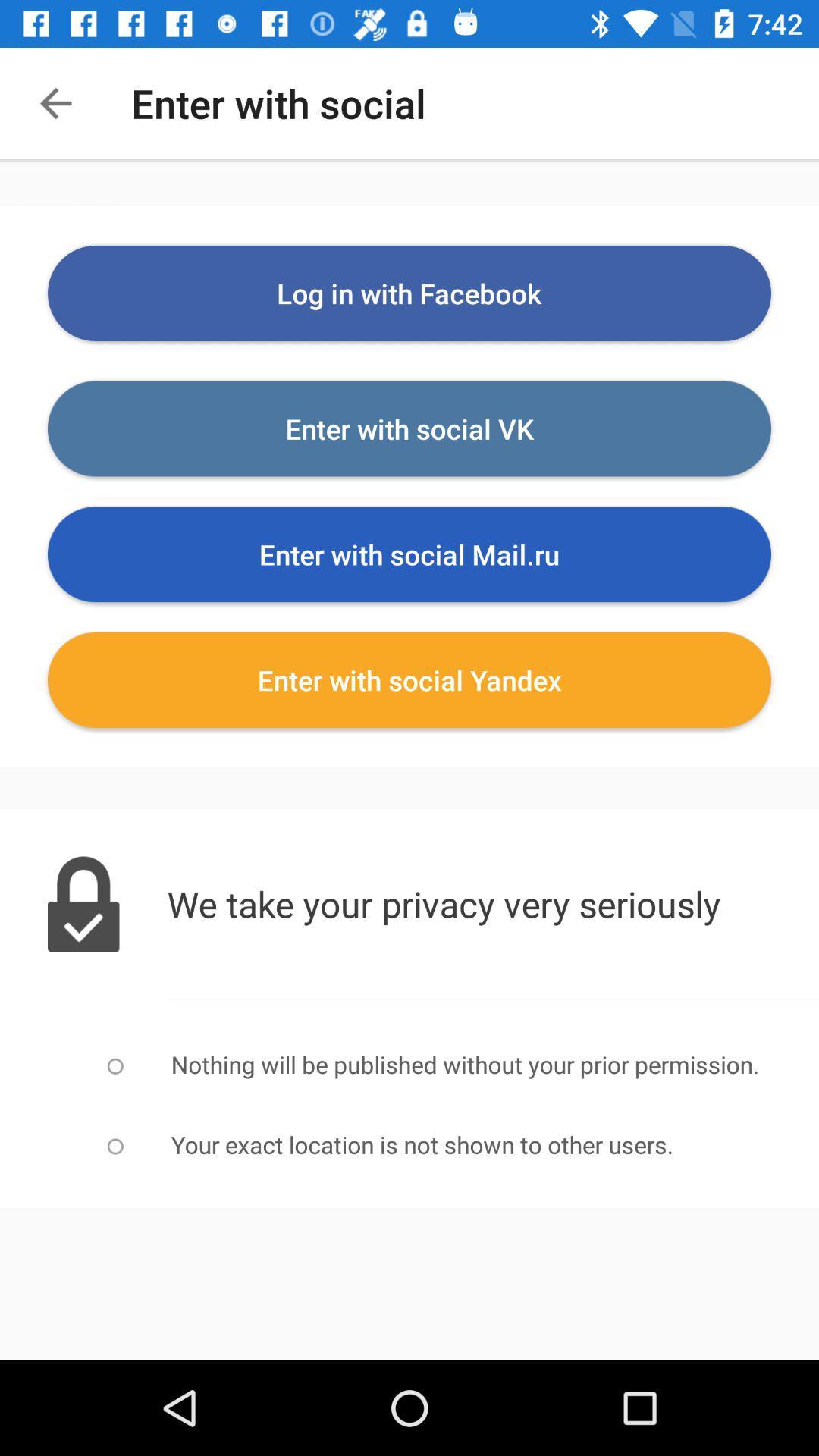  I want to click on option above yellow button, so click(409, 553).